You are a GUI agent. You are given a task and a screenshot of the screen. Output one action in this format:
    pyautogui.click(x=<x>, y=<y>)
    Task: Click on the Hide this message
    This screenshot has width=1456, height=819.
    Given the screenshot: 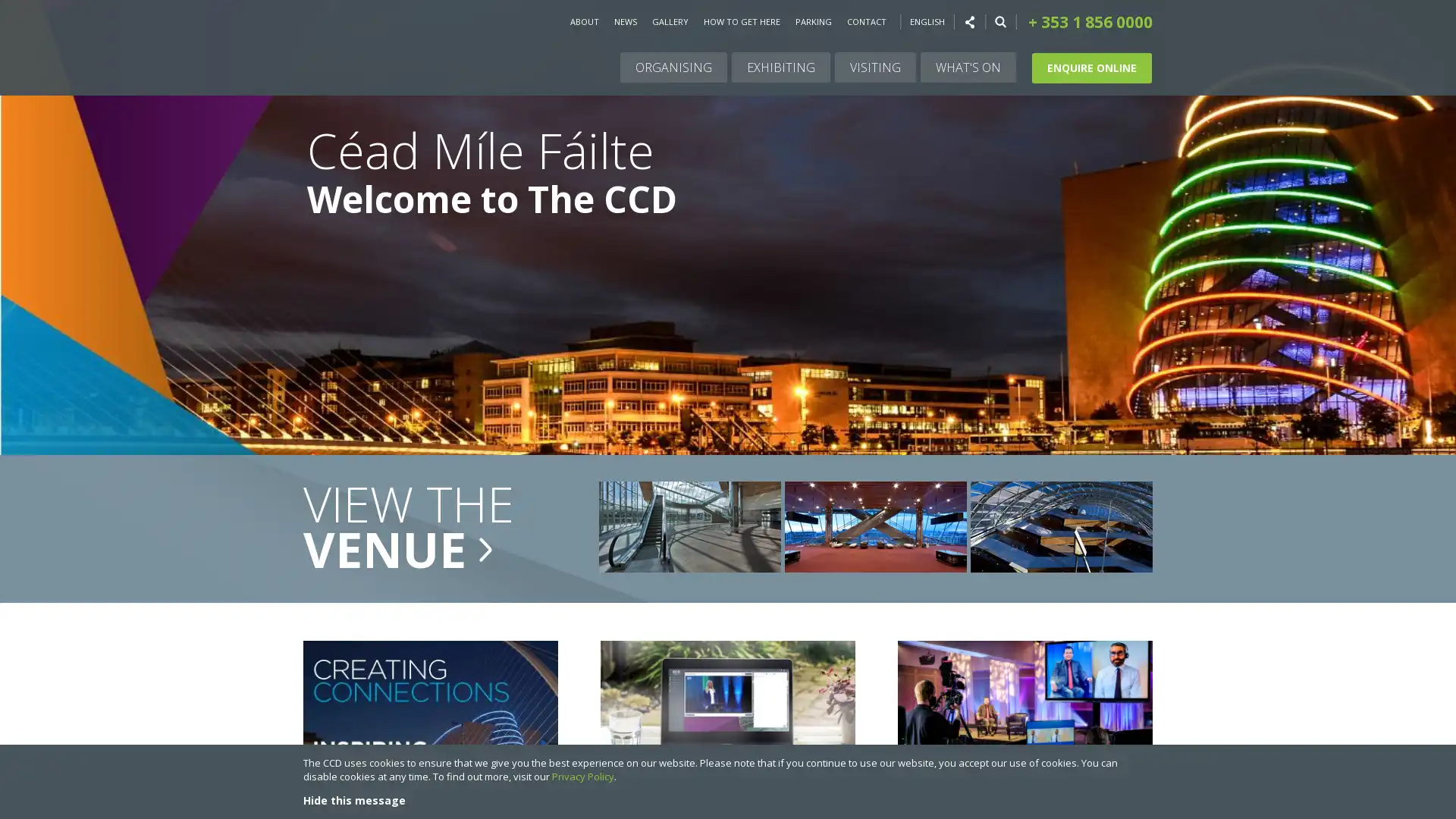 What is the action you would take?
    pyautogui.click(x=353, y=799)
    